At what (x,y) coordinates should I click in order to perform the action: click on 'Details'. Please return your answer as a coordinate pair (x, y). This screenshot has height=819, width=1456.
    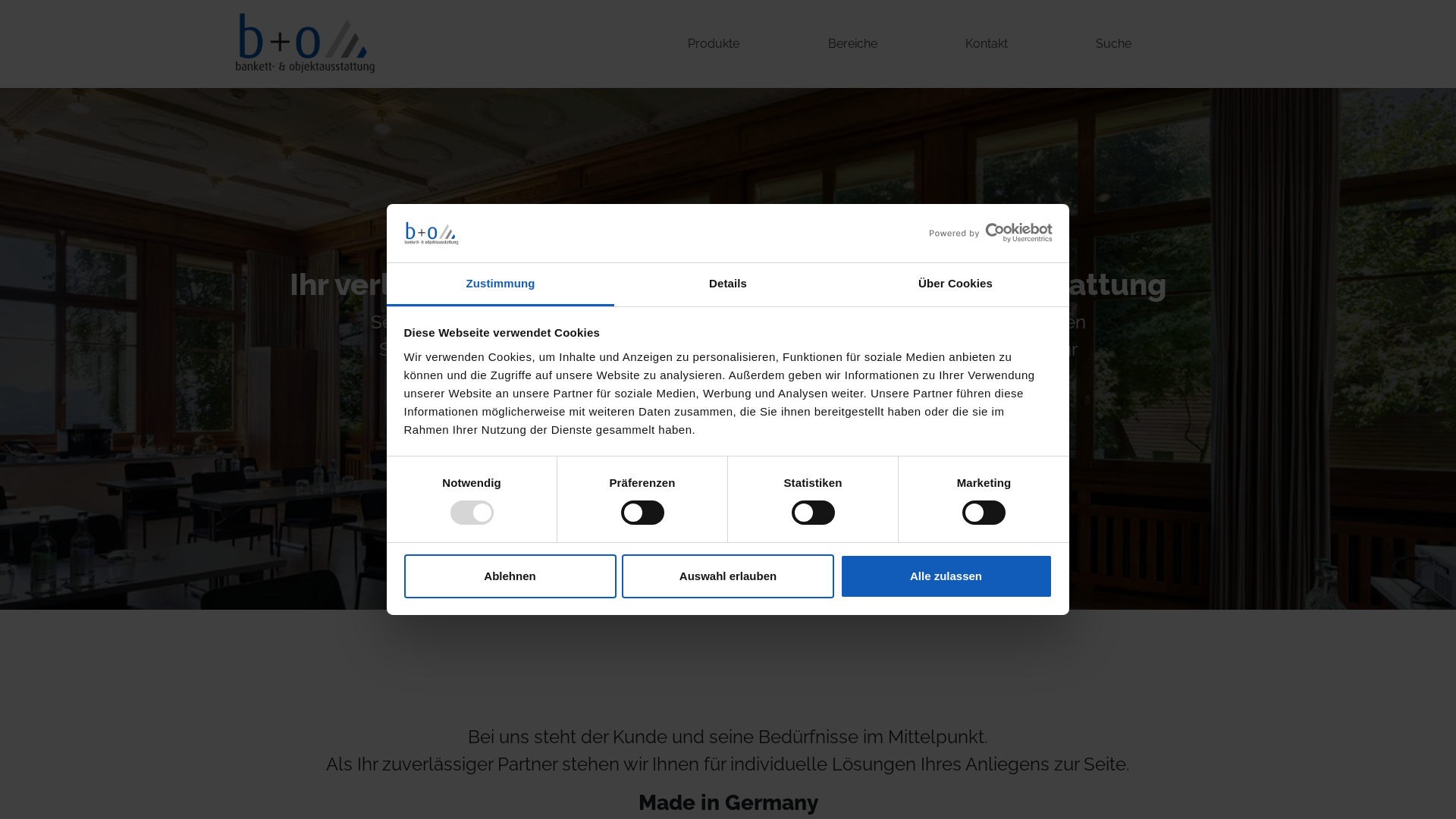
    Looking at the image, I should click on (728, 284).